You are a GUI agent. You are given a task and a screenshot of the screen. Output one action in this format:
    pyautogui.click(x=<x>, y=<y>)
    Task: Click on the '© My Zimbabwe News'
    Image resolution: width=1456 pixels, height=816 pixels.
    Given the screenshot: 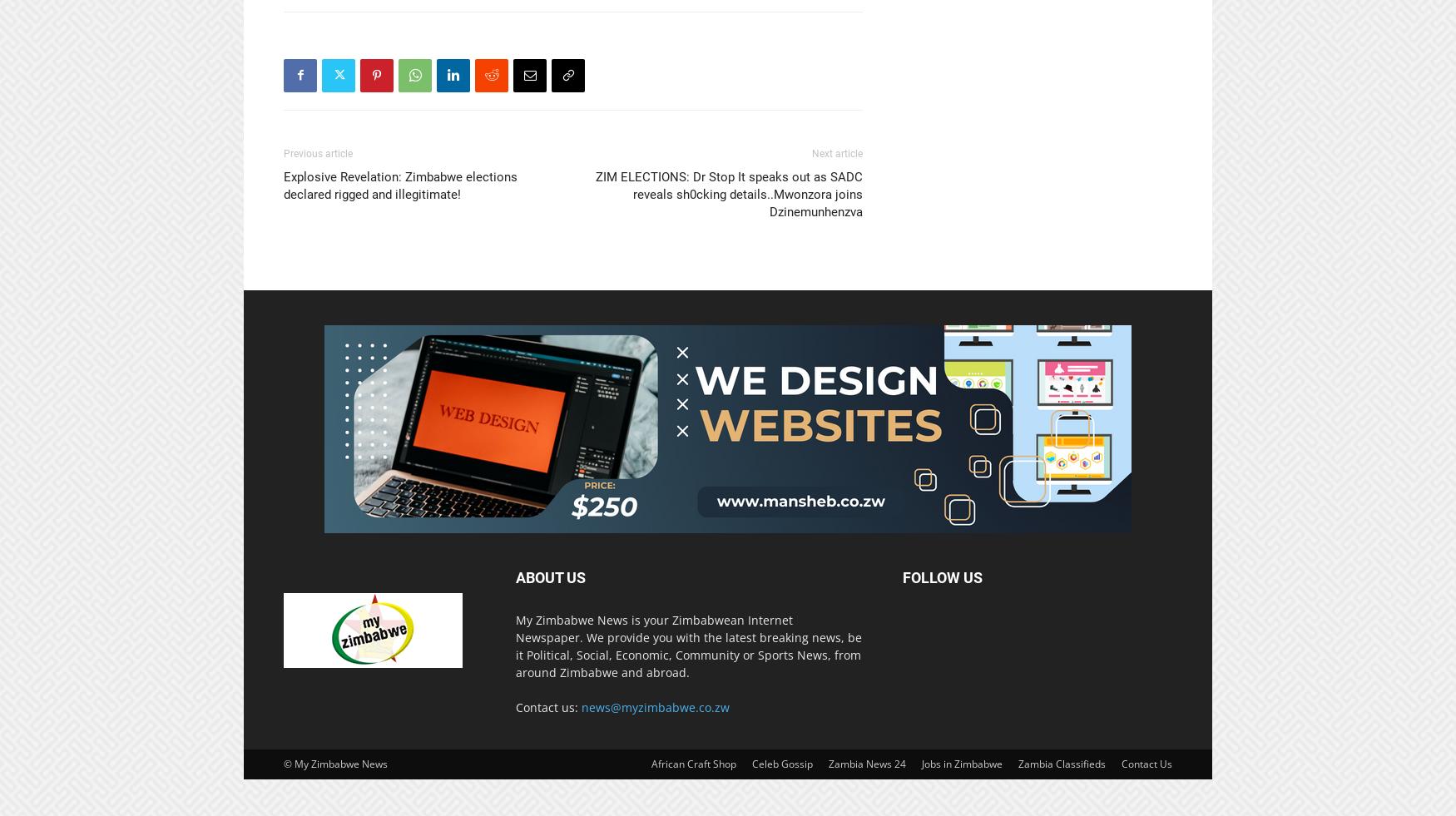 What is the action you would take?
    pyautogui.click(x=334, y=763)
    